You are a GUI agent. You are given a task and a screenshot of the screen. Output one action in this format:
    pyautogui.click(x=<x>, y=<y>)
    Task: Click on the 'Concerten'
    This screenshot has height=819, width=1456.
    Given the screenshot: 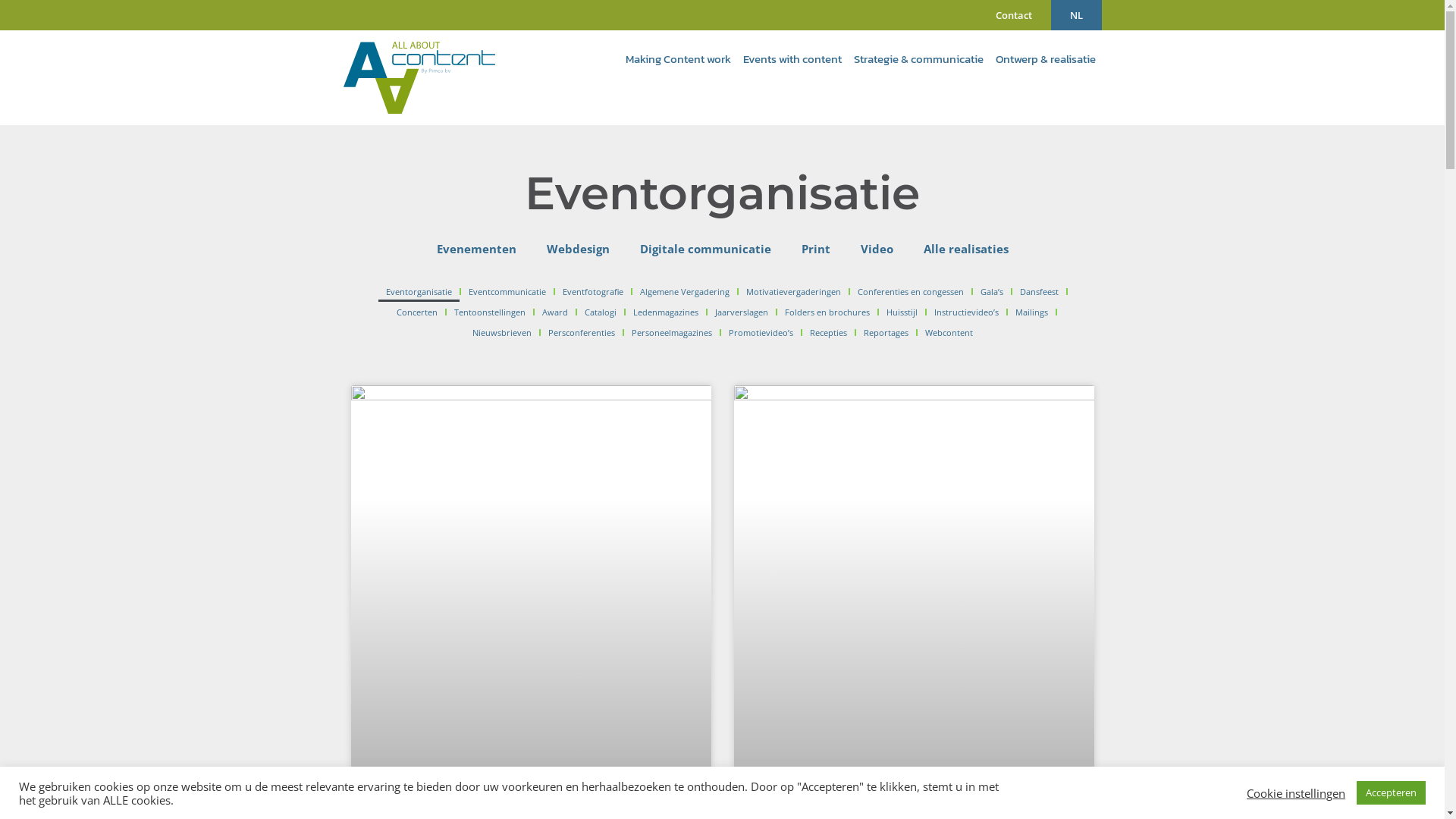 What is the action you would take?
    pyautogui.click(x=416, y=312)
    